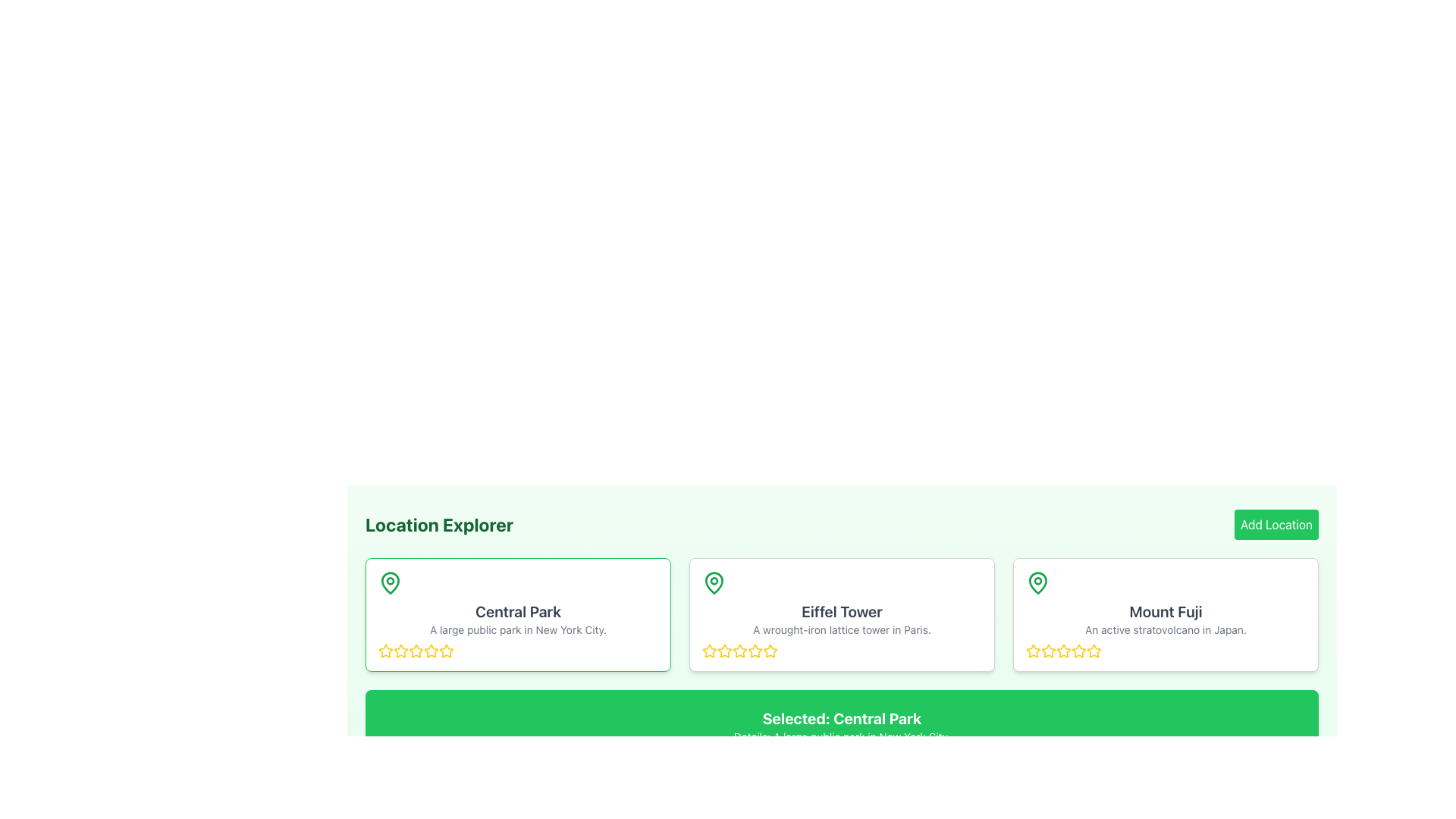 This screenshot has height=819, width=1456. I want to click on the fourth yellow star icon in the rating component below the 'Central Park' title to rate it, so click(416, 651).